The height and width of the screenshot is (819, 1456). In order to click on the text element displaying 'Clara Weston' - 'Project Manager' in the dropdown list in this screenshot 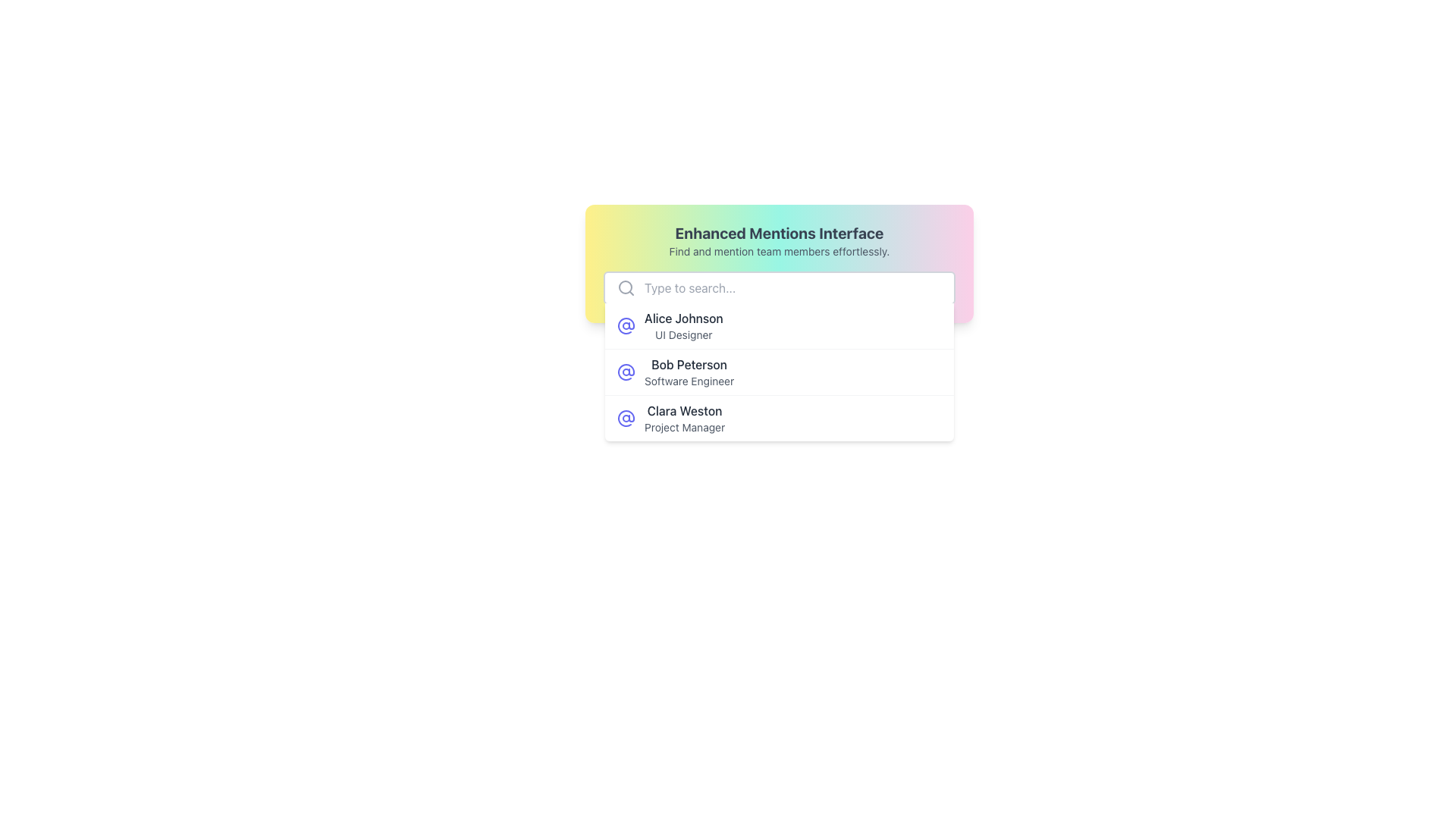, I will do `click(684, 418)`.